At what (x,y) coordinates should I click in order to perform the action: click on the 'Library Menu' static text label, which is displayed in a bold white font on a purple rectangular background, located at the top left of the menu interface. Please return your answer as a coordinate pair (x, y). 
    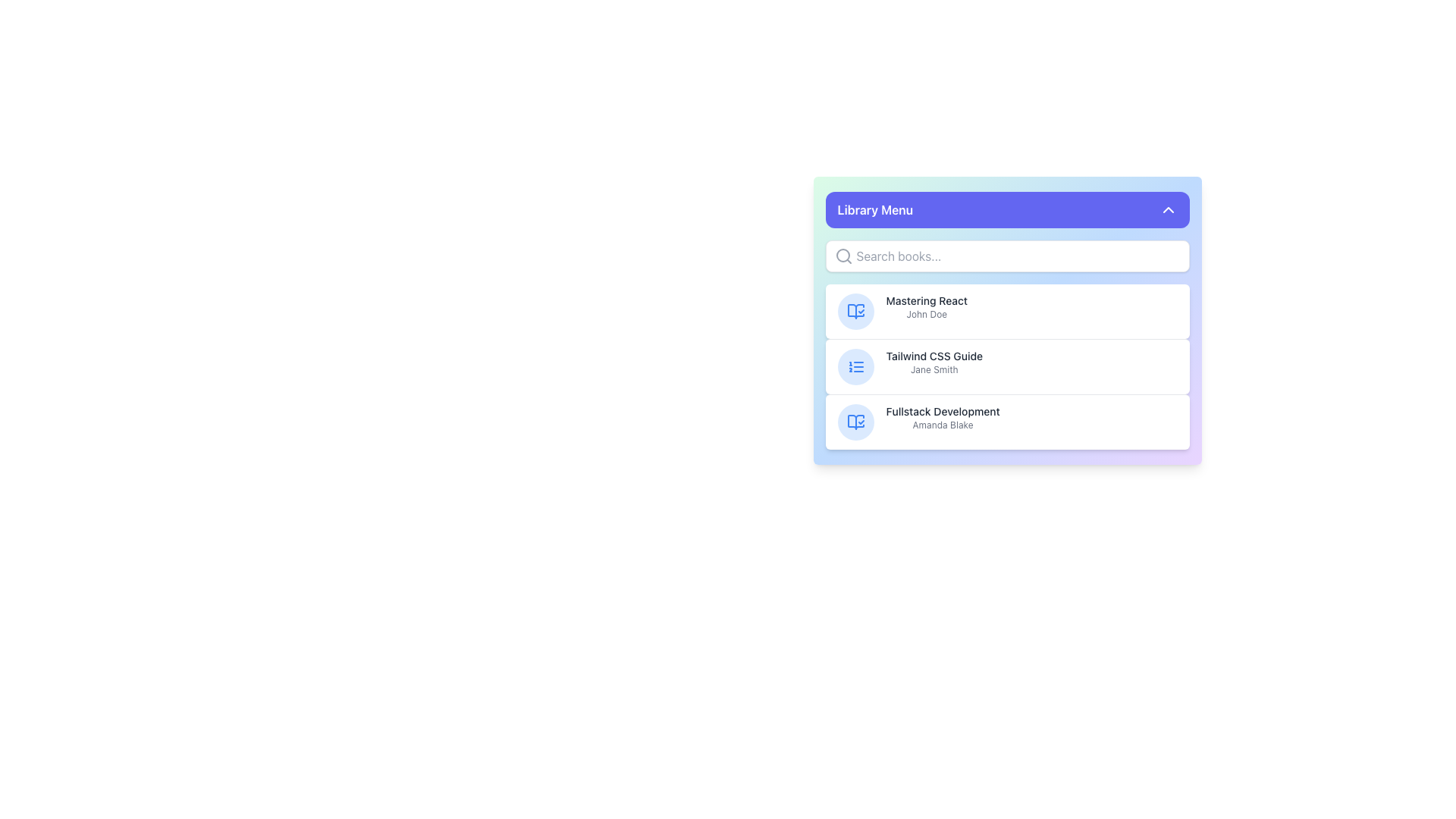
    Looking at the image, I should click on (875, 210).